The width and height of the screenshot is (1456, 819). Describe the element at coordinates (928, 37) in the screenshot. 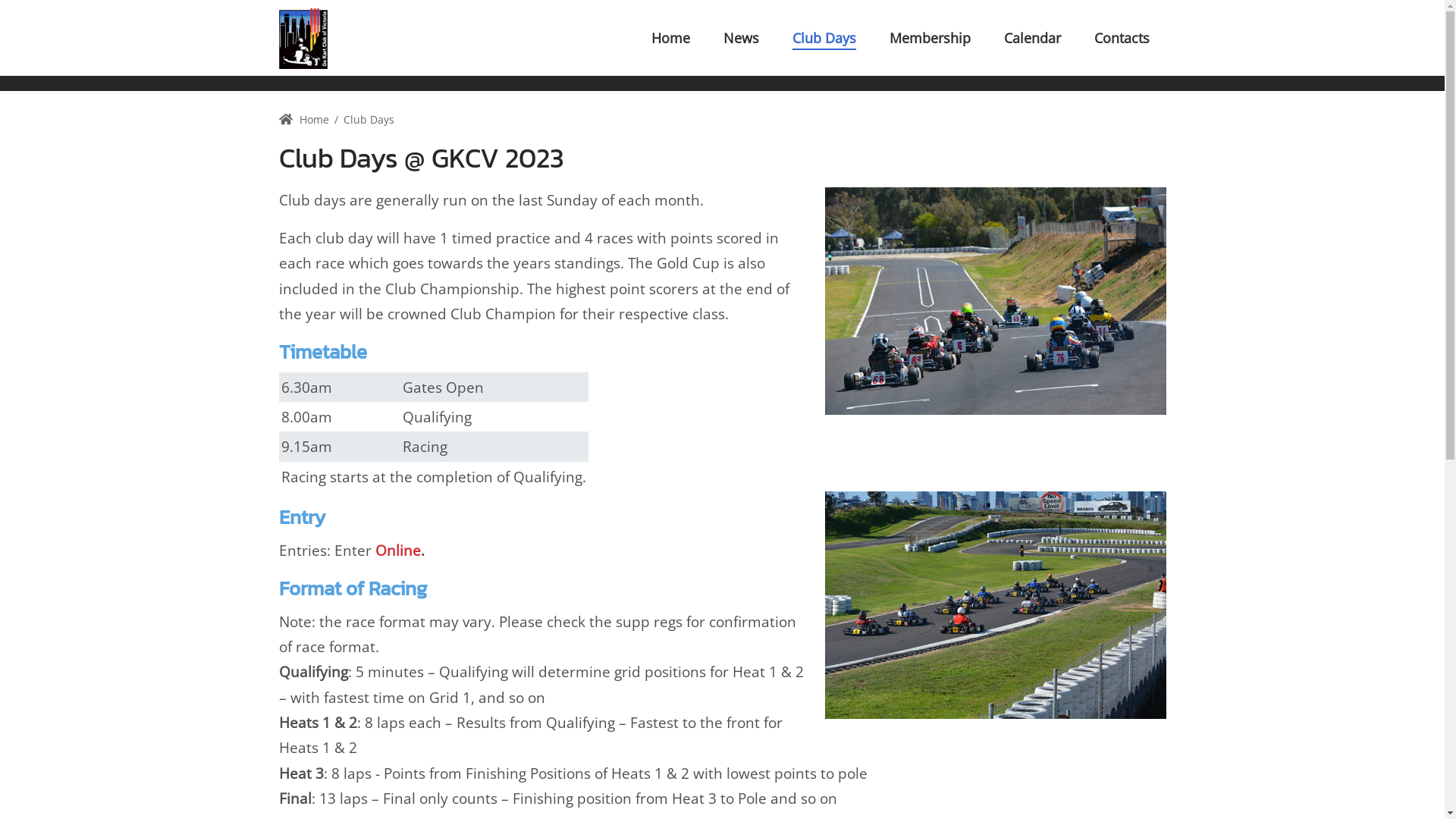

I see `'Membership'` at that location.